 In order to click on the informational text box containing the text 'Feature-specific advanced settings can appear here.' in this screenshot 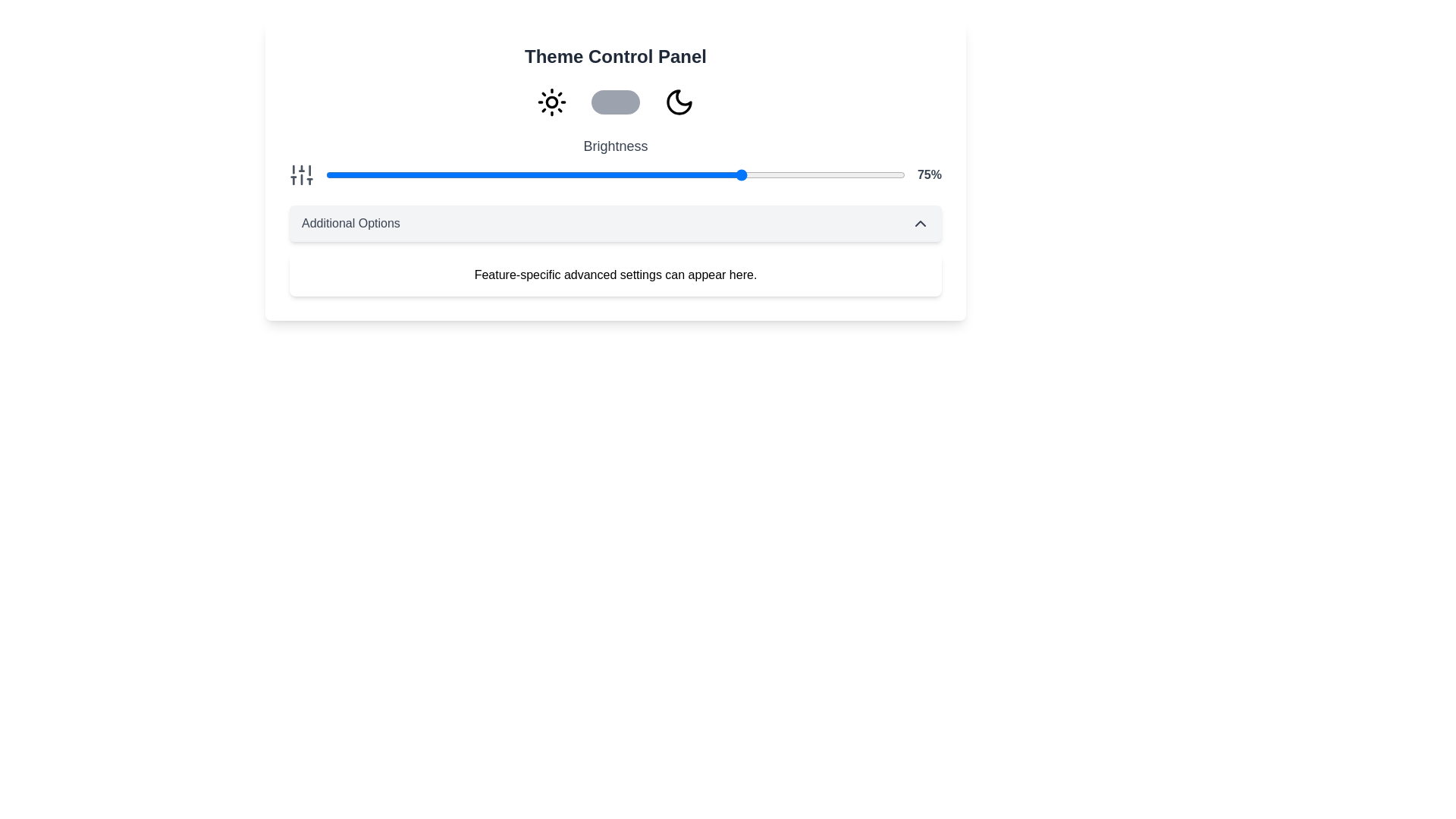, I will do `click(615, 275)`.